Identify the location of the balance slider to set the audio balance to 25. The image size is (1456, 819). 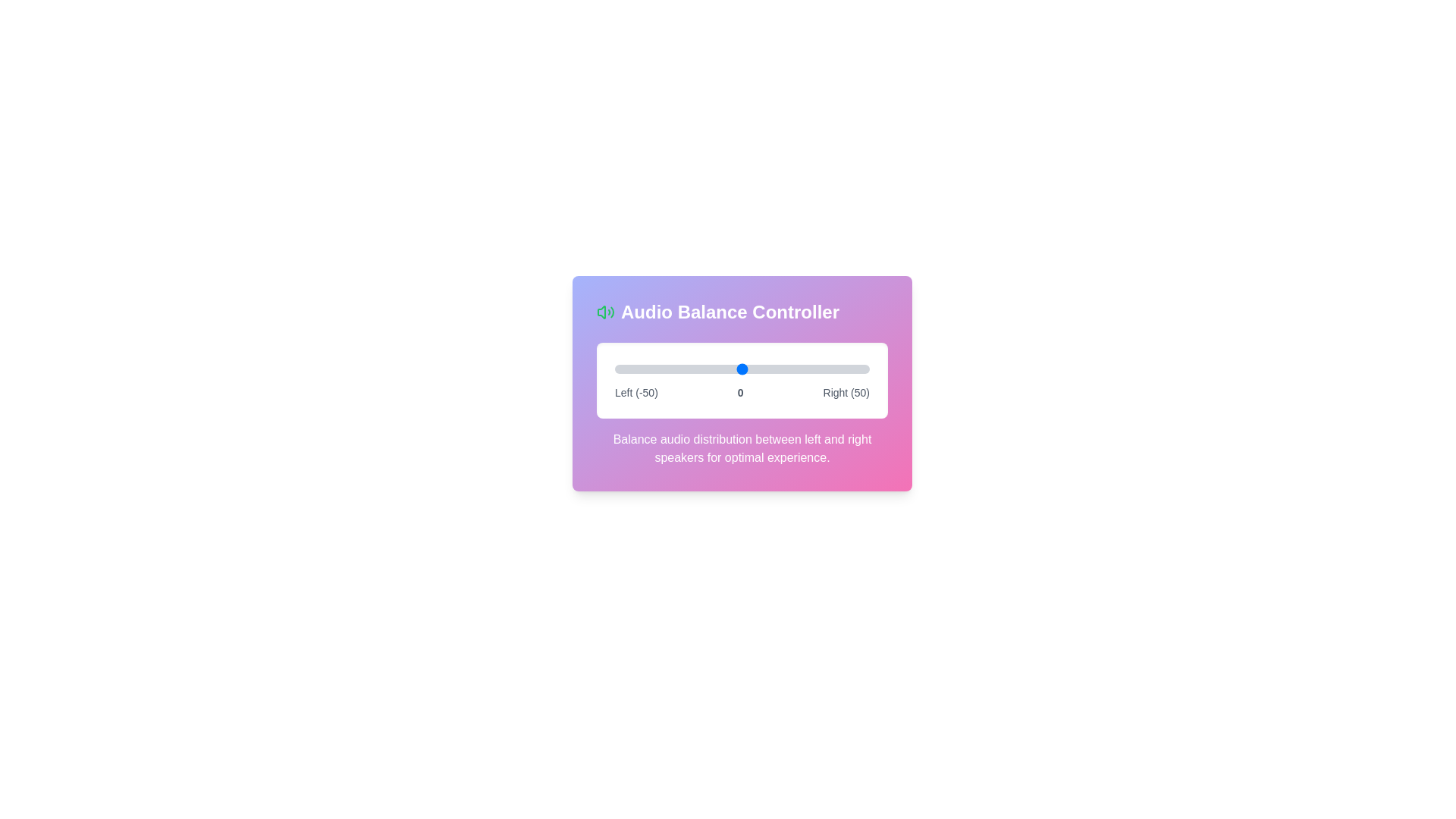
(805, 369).